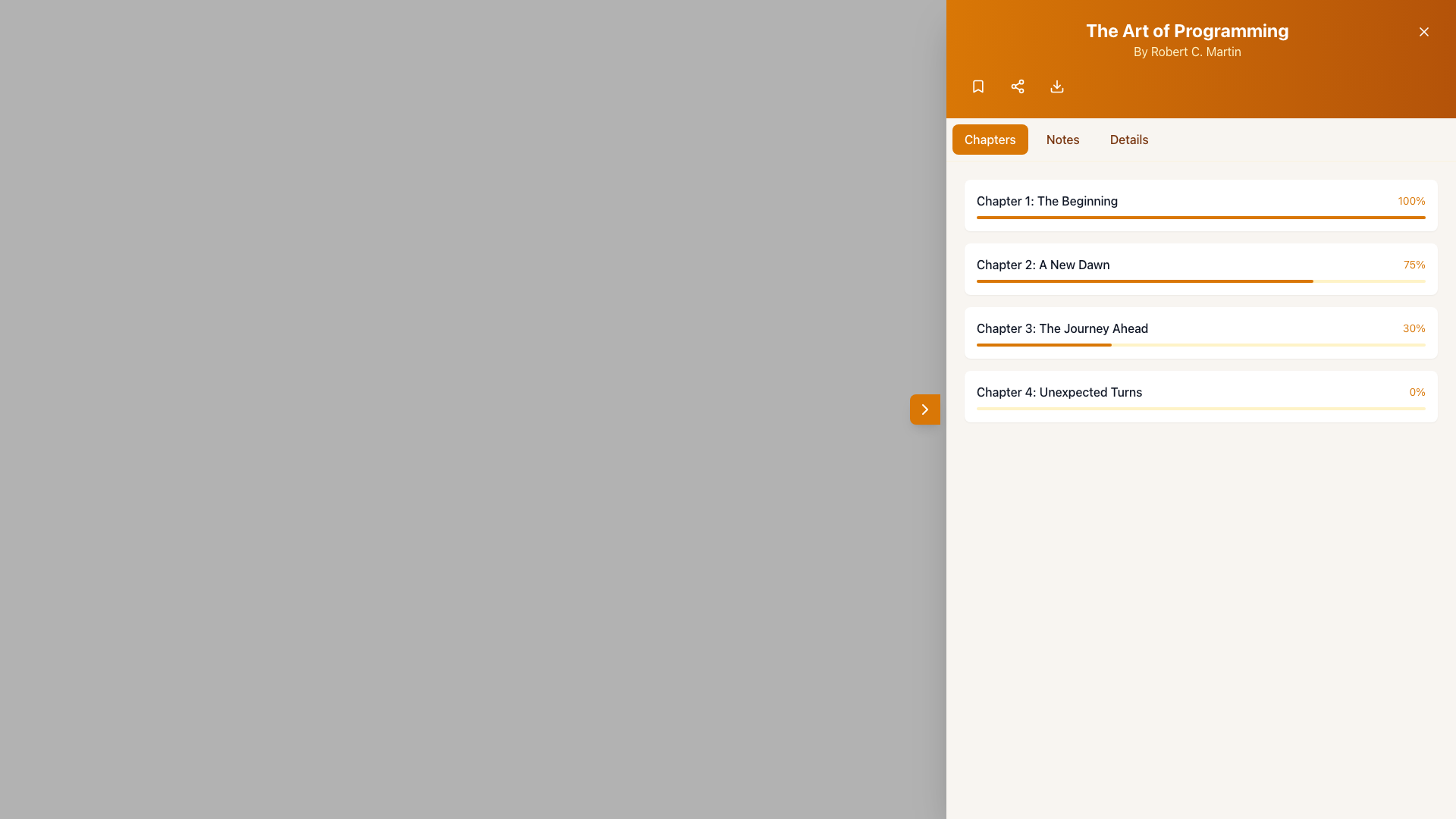  What do you see at coordinates (1200, 268) in the screenshot?
I see `the Progress tracker for Chapter 2, which displays its title and percentage indicator` at bounding box center [1200, 268].